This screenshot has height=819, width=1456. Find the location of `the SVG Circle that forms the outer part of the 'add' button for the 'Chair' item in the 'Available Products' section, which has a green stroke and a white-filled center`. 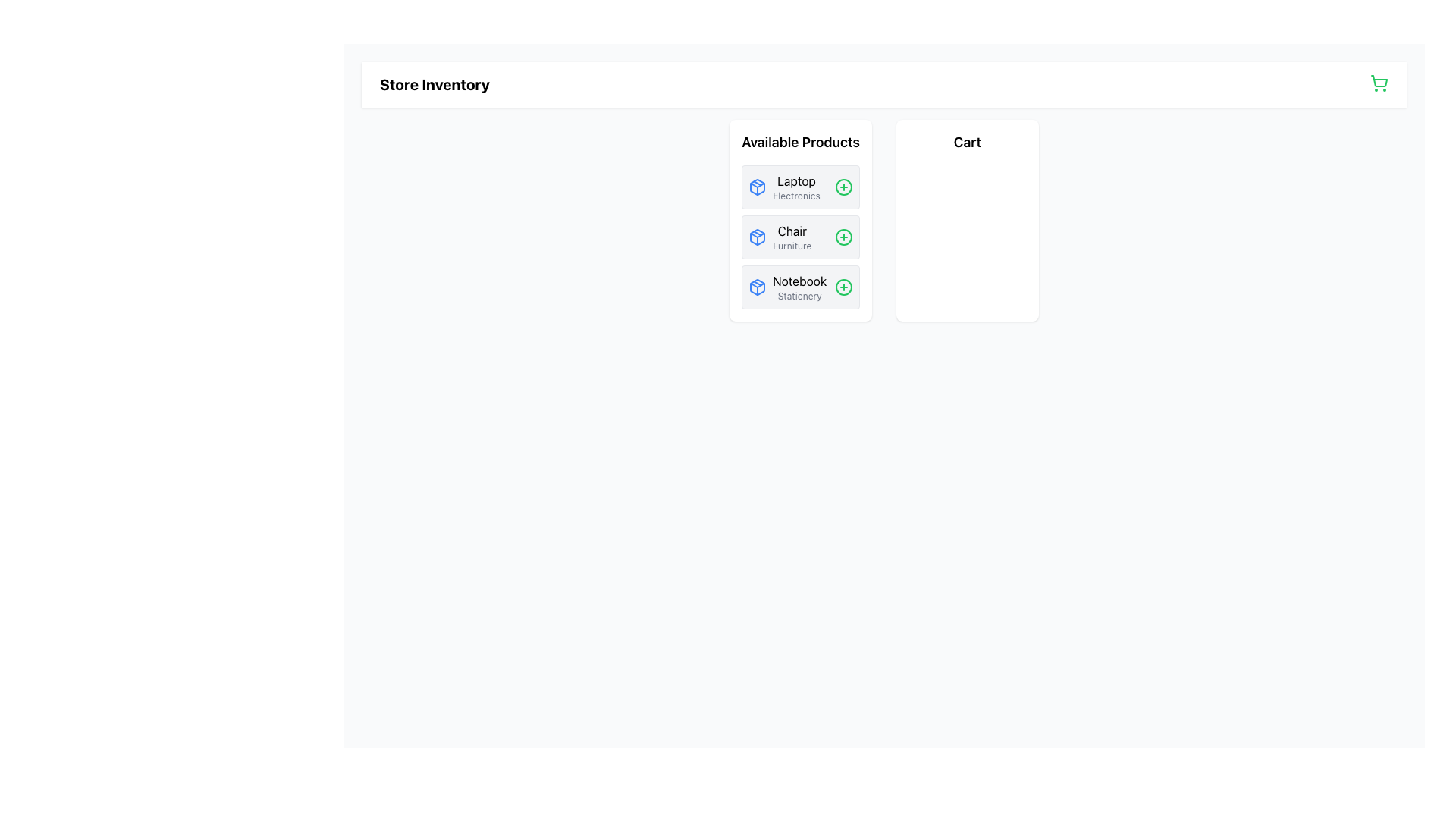

the SVG Circle that forms the outer part of the 'add' button for the 'Chair' item in the 'Available Products' section, which has a green stroke and a white-filled center is located at coordinates (843, 237).